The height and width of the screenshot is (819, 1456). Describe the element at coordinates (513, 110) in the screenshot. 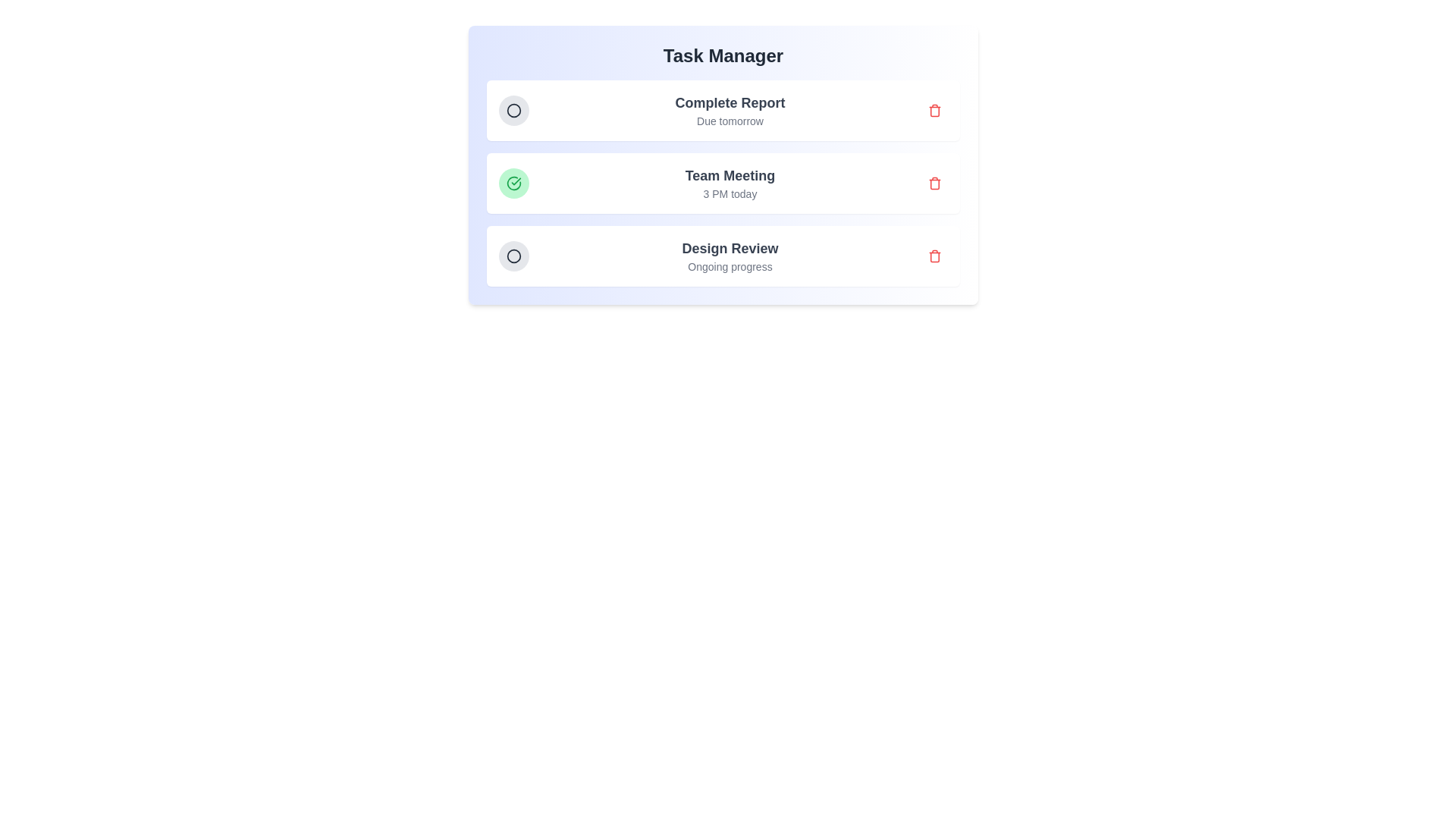

I see `the circular button with a light gray background and dark outline in the top-left corner of the 'Complete Report' task card to mark the task as active or complete` at that location.